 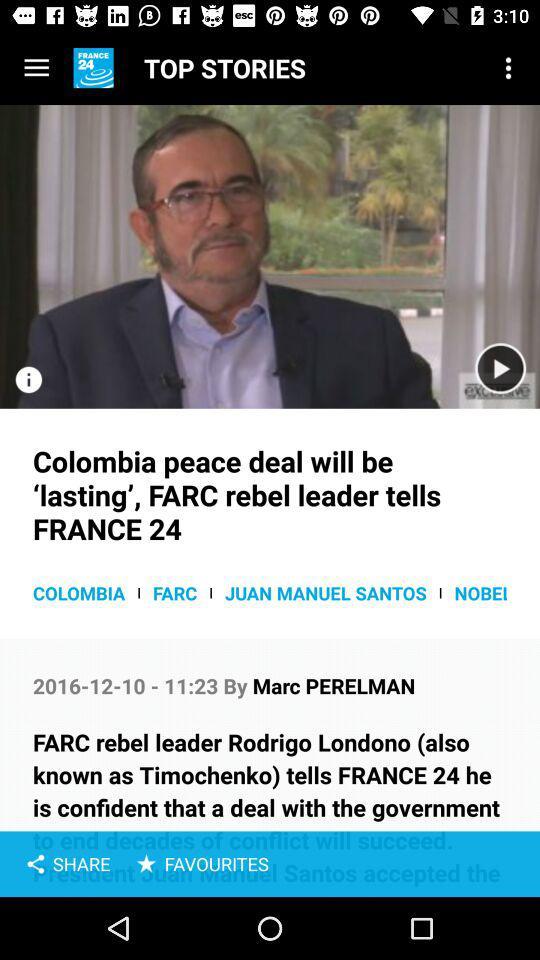 I want to click on video, so click(x=270, y=255).